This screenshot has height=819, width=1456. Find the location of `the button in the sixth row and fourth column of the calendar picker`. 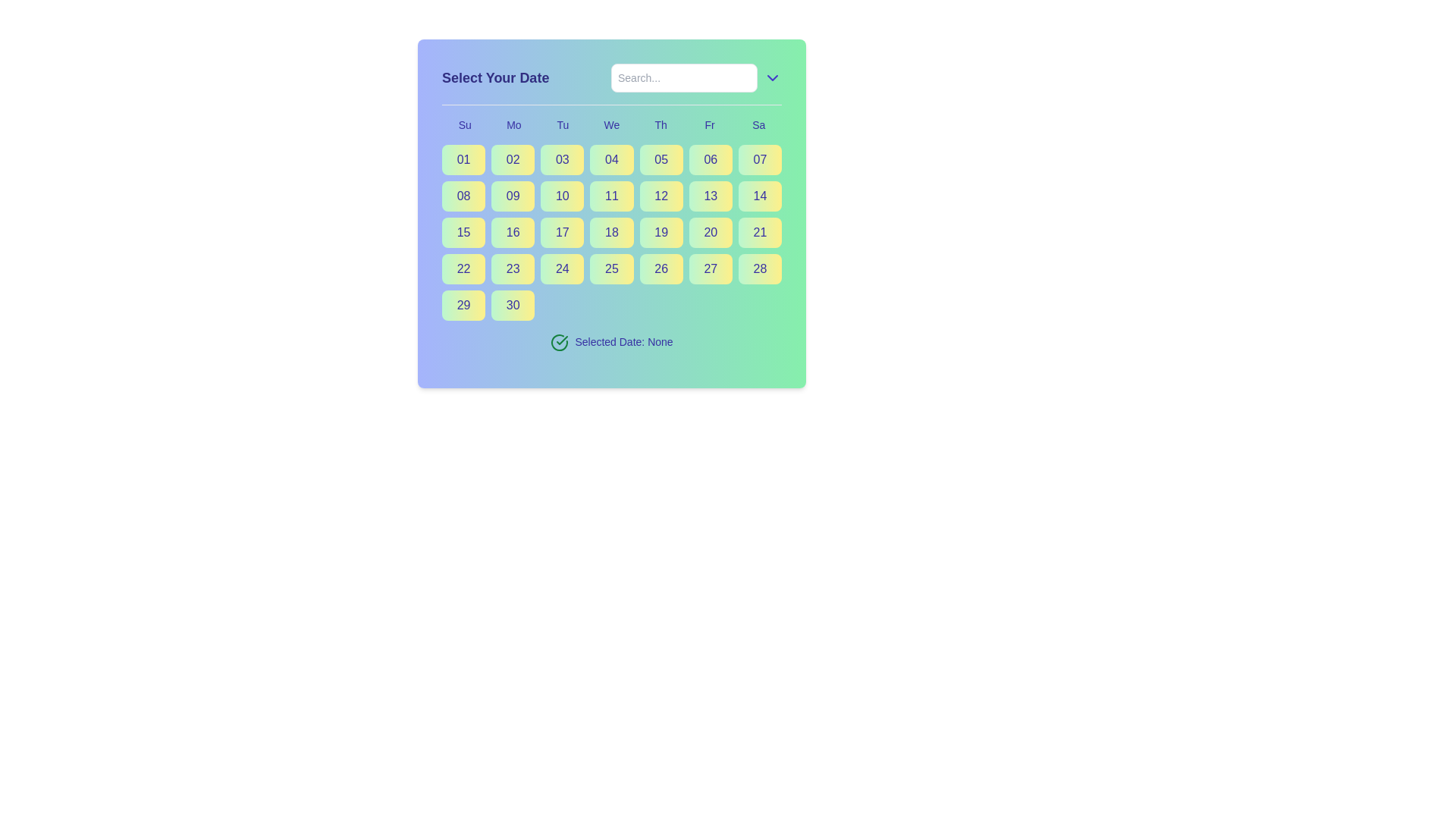

the button in the sixth row and fourth column of the calendar picker is located at coordinates (709, 268).